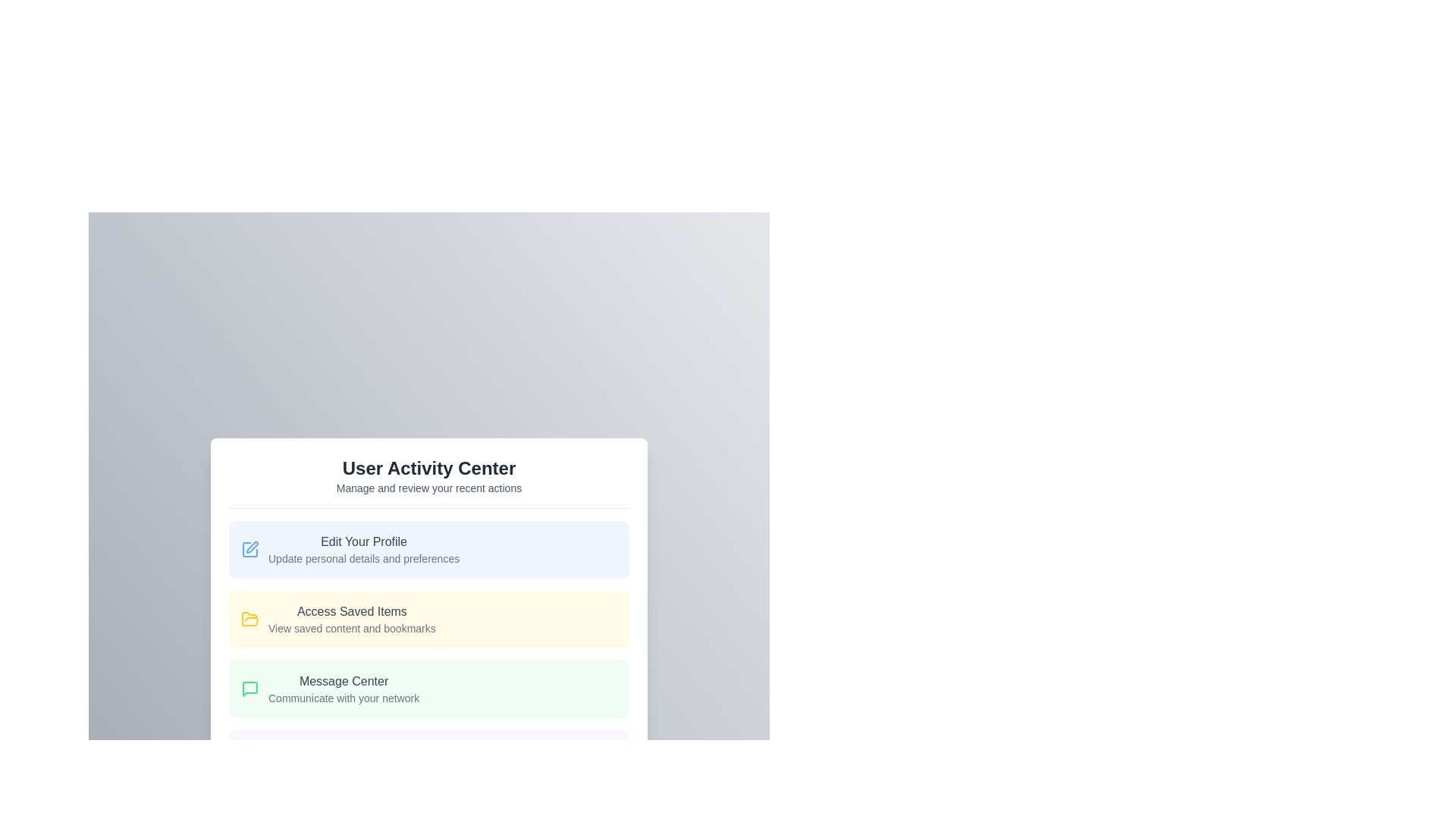 The width and height of the screenshot is (1456, 819). Describe the element at coordinates (364, 549) in the screenshot. I see `the Text label located within a light blue rounded rectangle button, positioned below the 'User Activity Center' heading and adjacent to a blue pen icon` at that location.